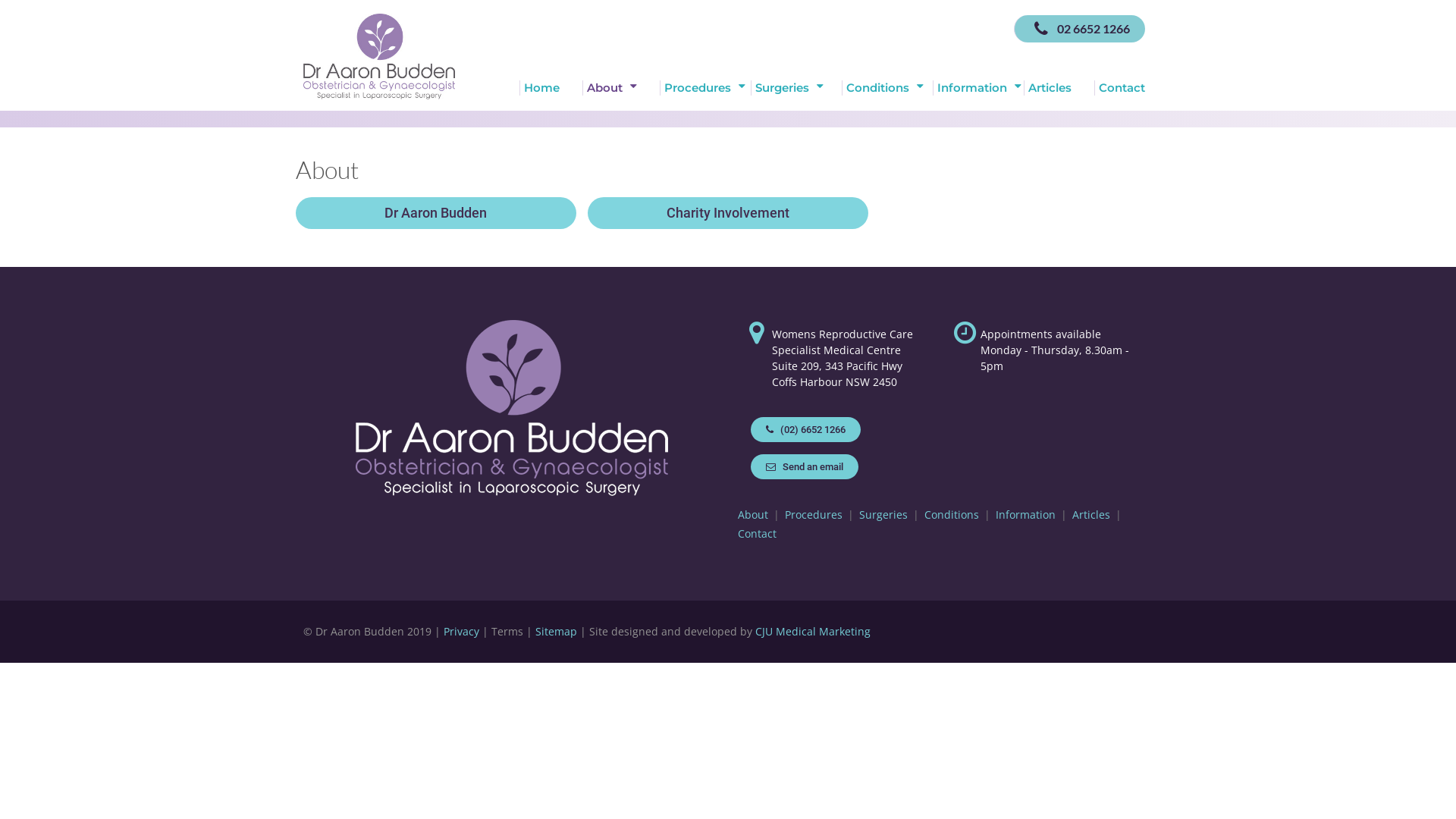 This screenshot has width=1456, height=819. I want to click on 'Privacy', so click(460, 631).